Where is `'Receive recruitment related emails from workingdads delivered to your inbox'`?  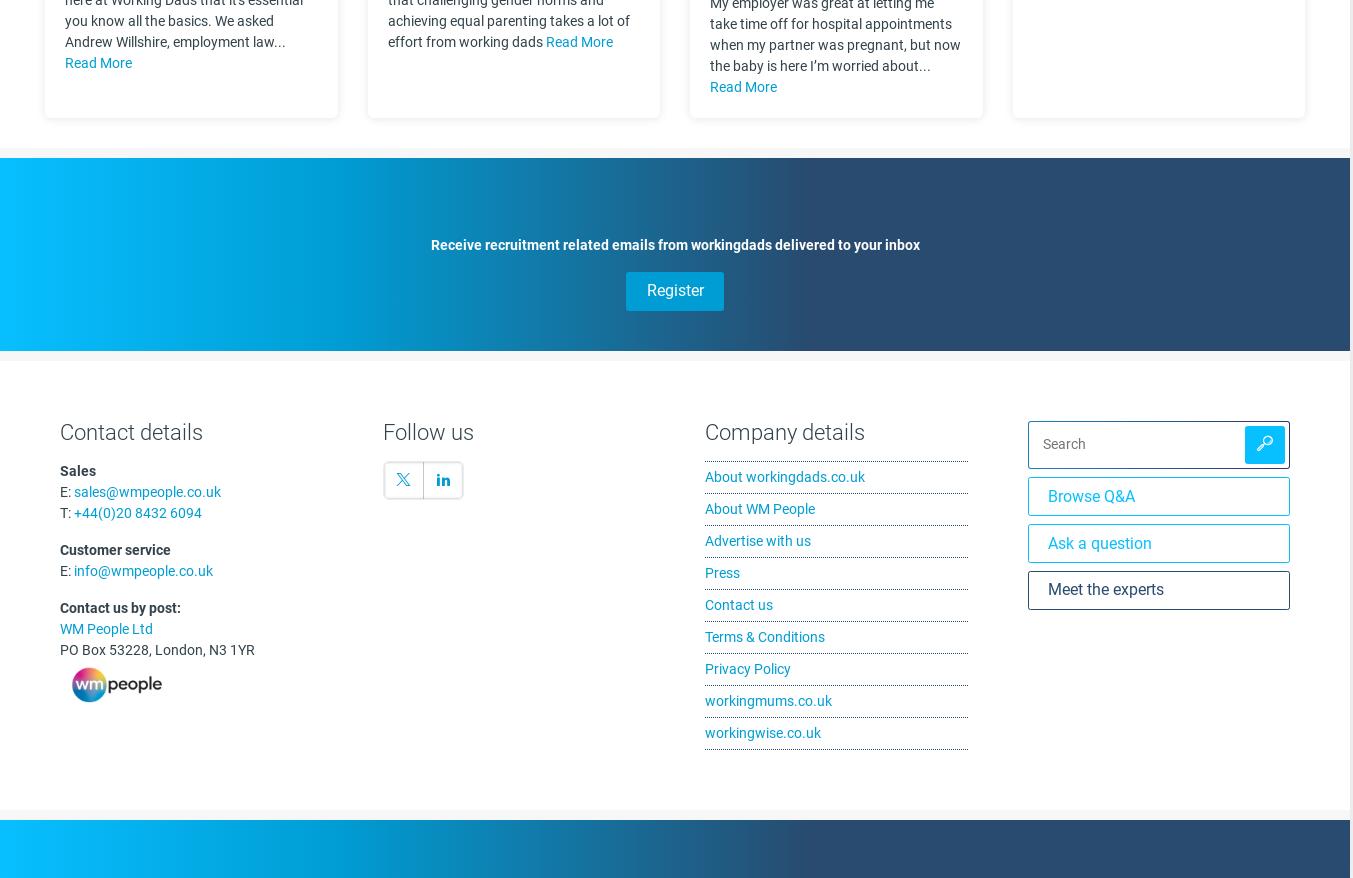
'Receive recruitment related emails from workingdads delivered to your inbox' is located at coordinates (673, 243).